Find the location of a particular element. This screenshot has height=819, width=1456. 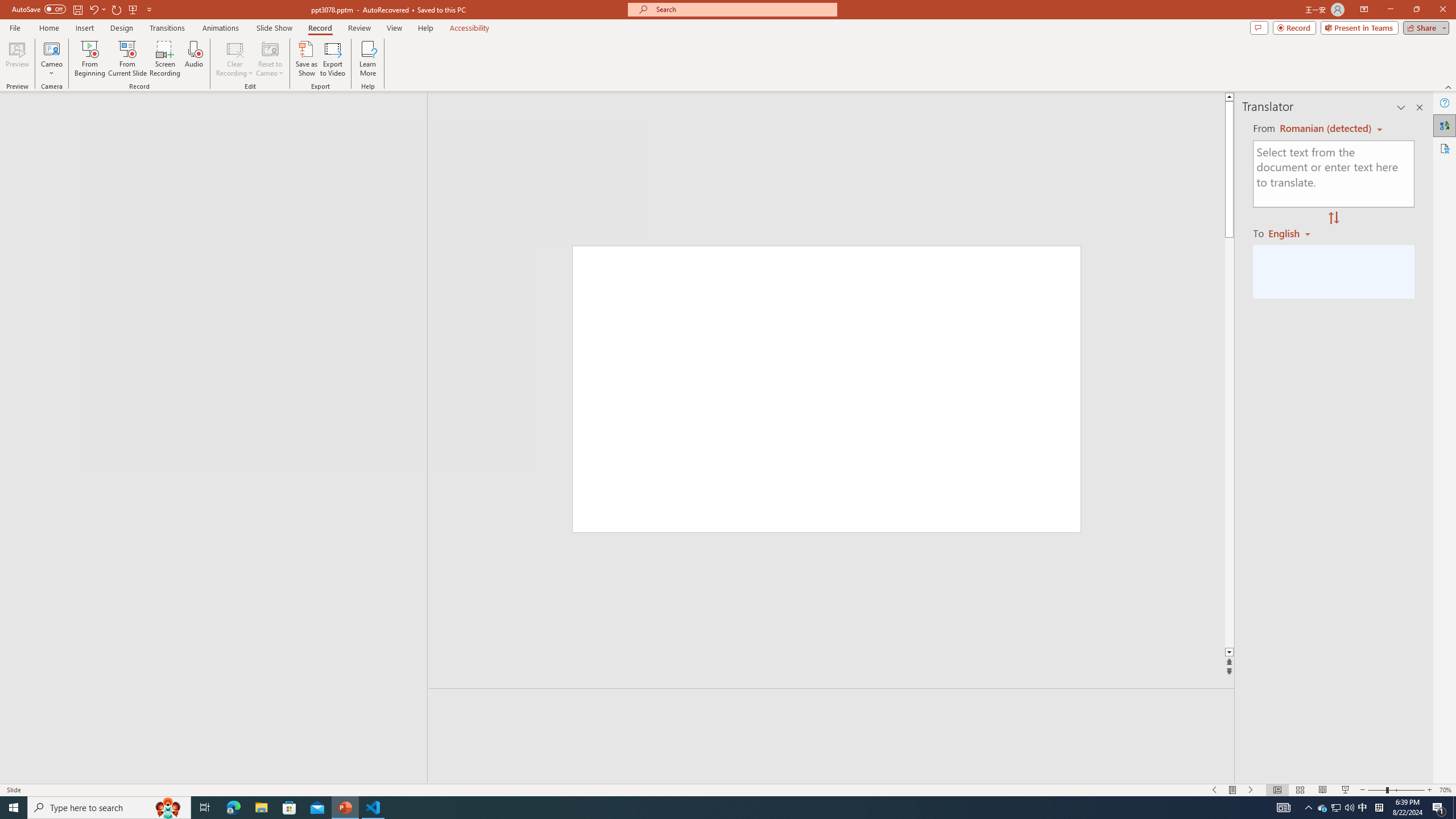

'From Beginning...' is located at coordinates (89, 59).